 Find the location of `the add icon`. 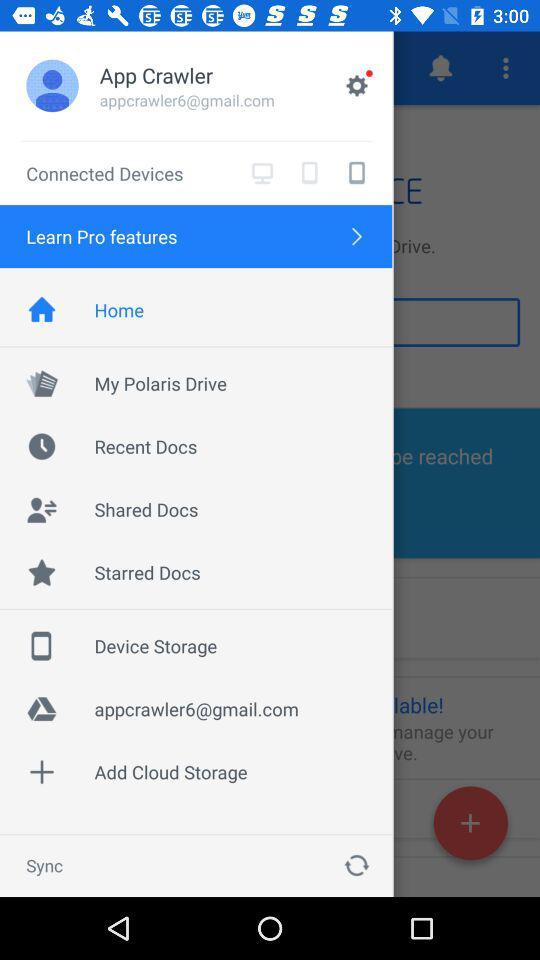

the add icon is located at coordinates (470, 827).